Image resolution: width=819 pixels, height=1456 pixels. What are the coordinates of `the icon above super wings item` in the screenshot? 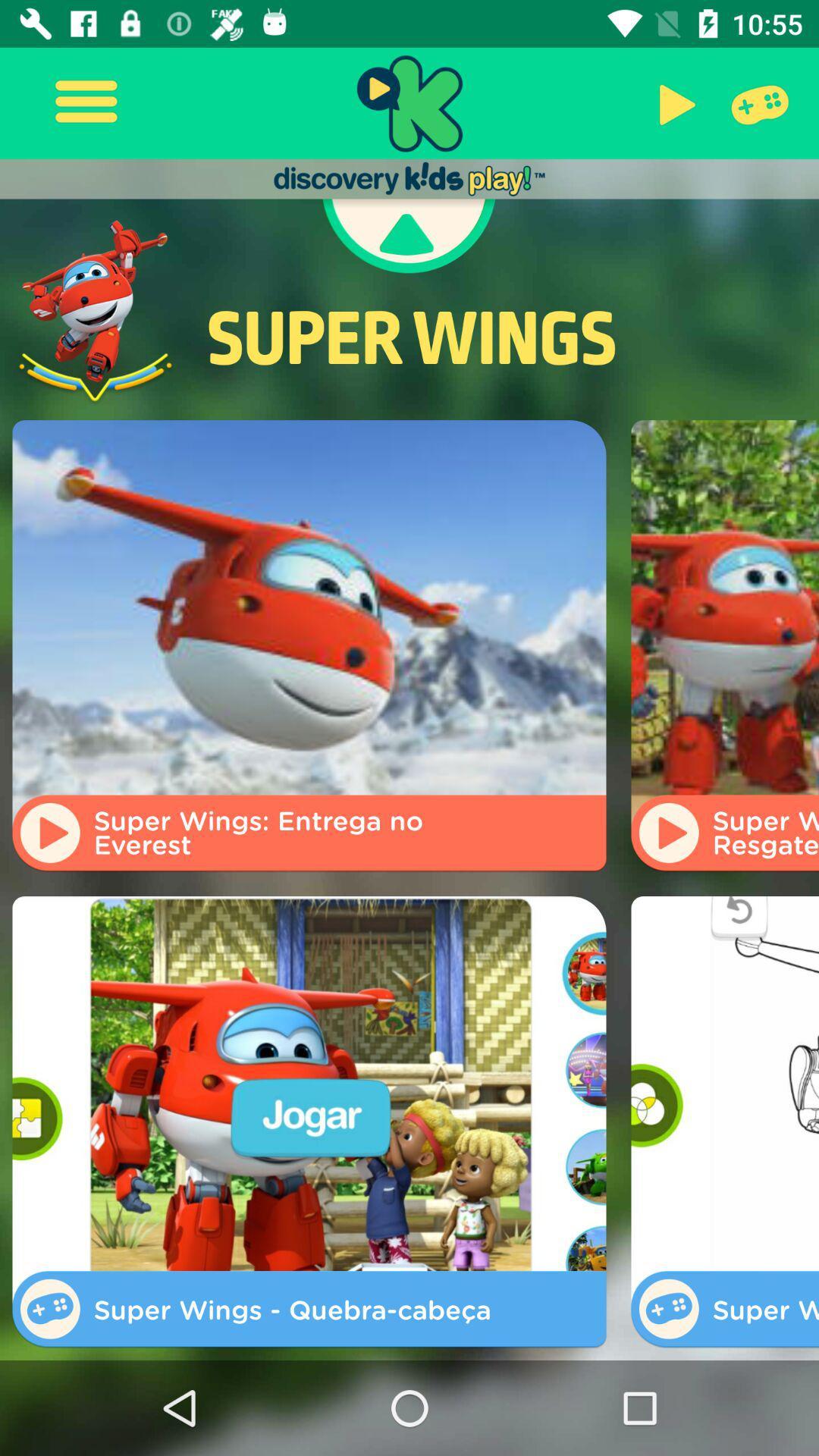 It's located at (673, 102).